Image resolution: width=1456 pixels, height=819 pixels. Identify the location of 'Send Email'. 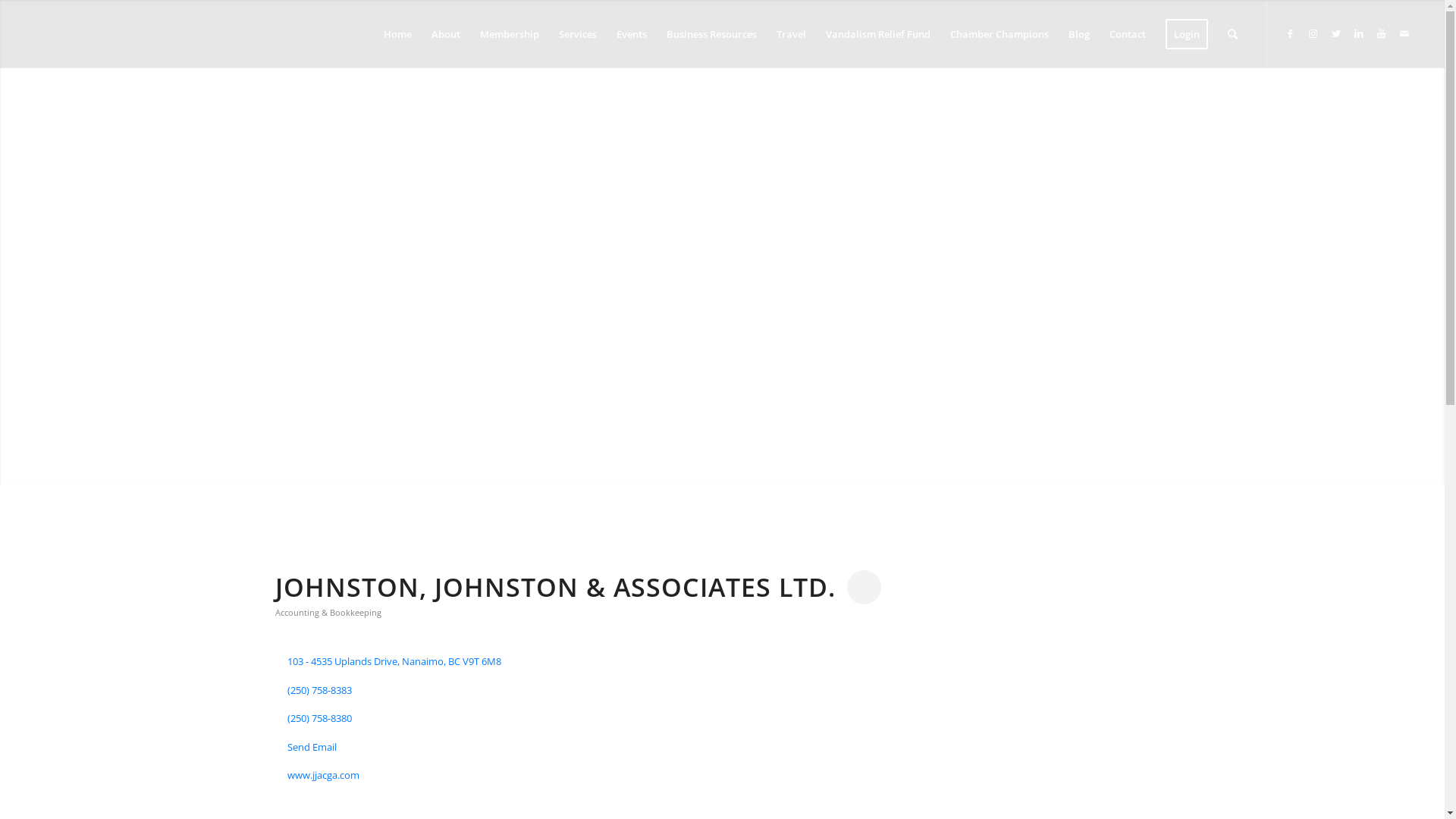
(311, 747).